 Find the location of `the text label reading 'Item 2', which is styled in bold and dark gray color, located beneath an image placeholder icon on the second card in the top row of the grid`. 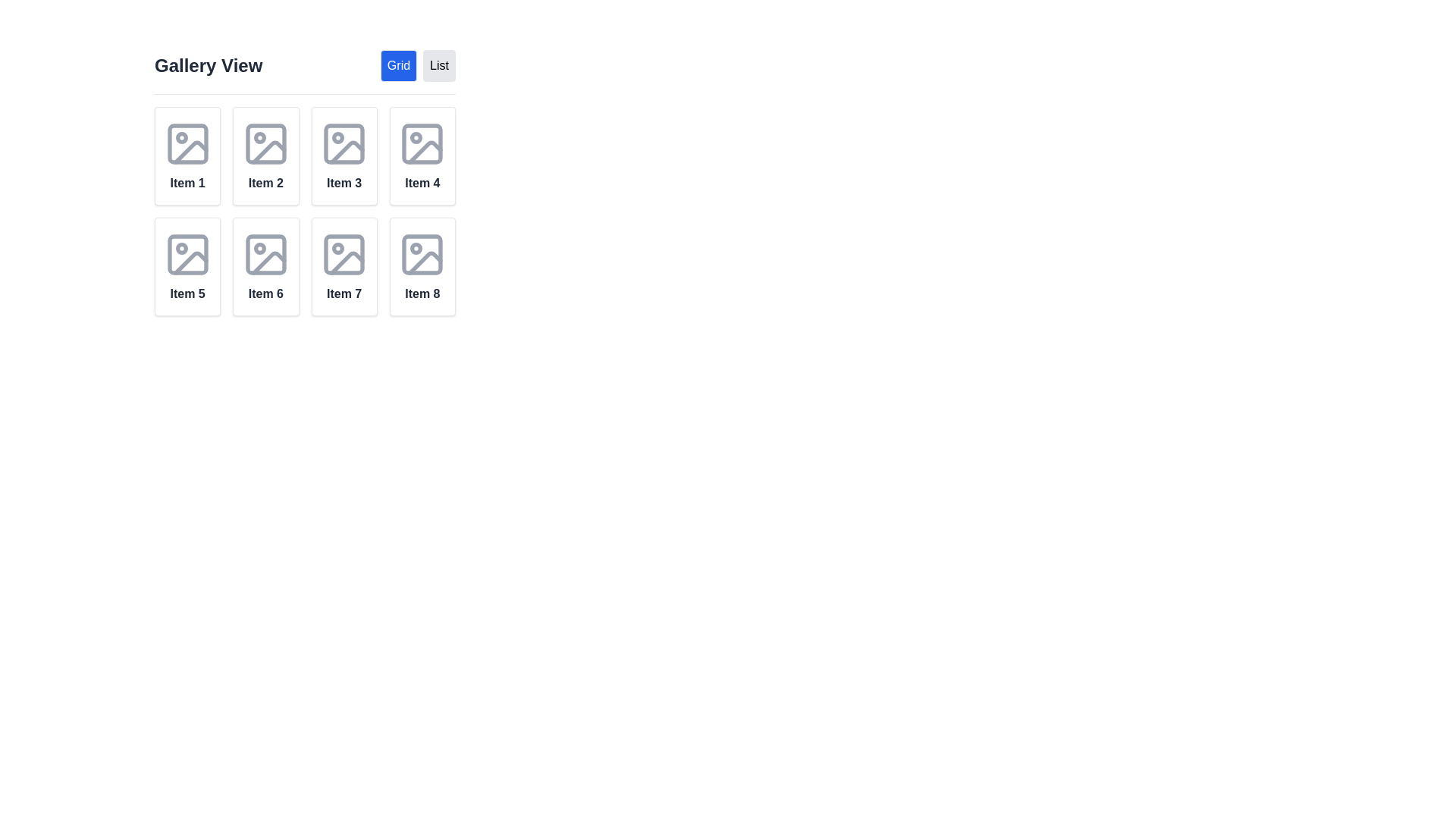

the text label reading 'Item 2', which is styled in bold and dark gray color, located beneath an image placeholder icon on the second card in the top row of the grid is located at coordinates (265, 183).